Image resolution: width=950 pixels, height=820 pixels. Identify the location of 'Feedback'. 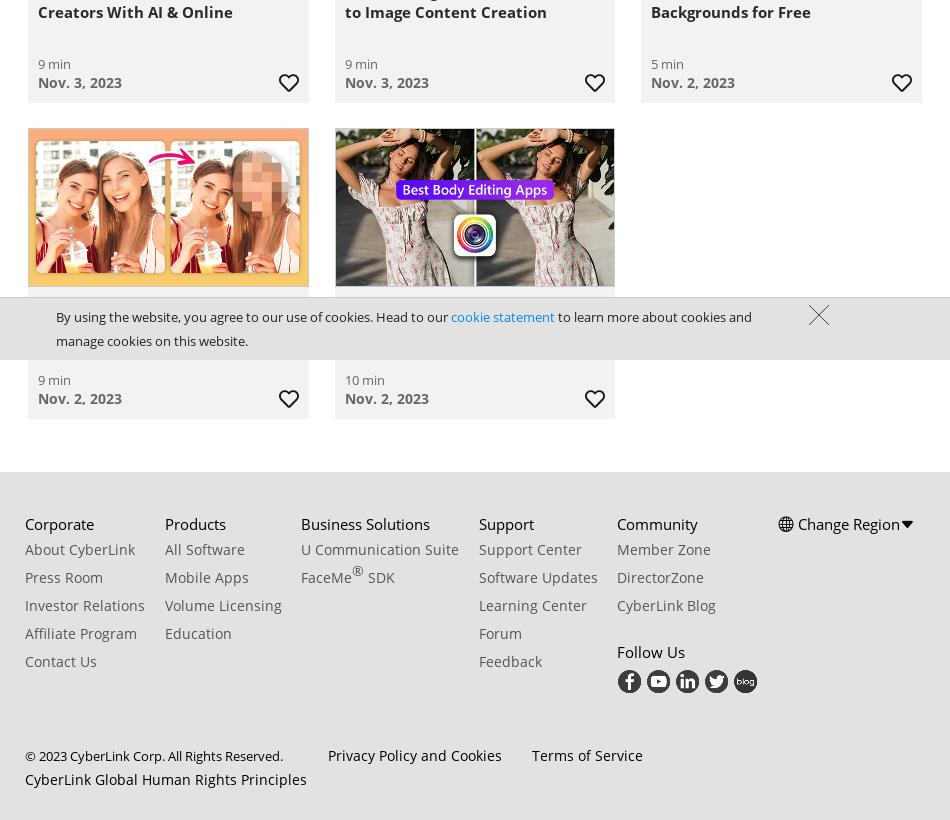
(509, 659).